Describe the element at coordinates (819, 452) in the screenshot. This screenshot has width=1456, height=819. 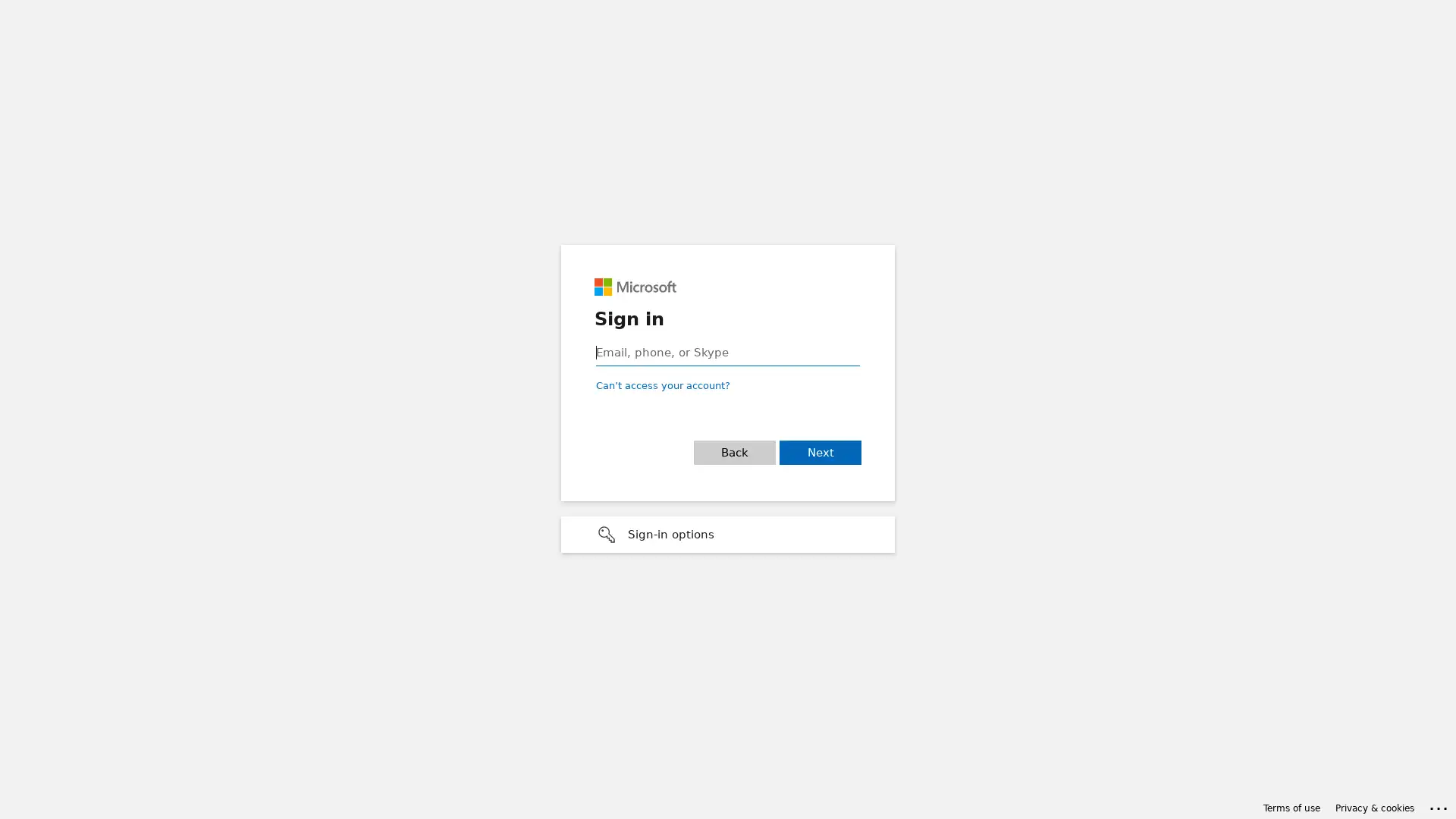
I see `Next` at that location.